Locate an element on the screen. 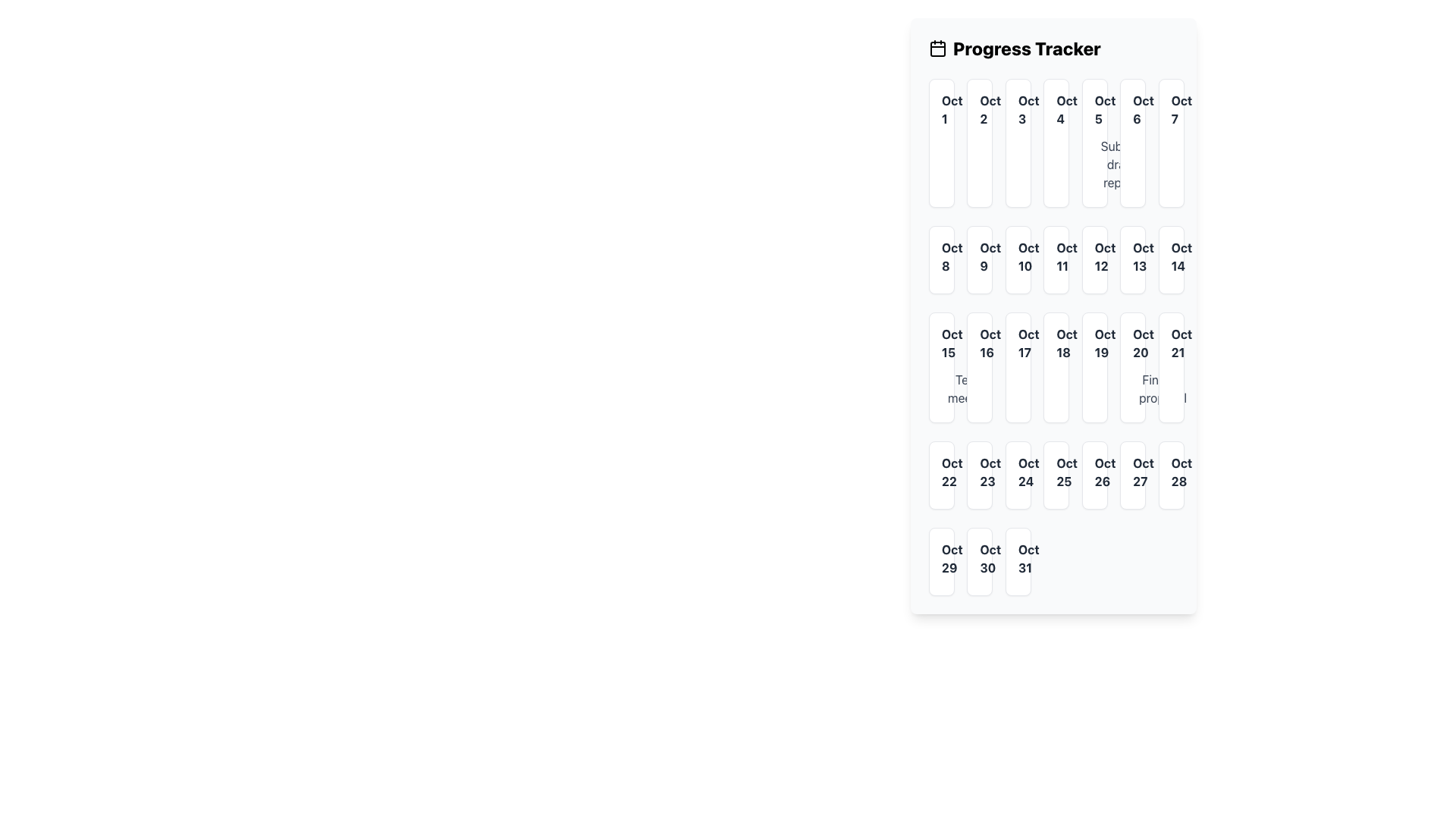  the Calendar Day Box displaying 'Oct 30' is located at coordinates (980, 561).